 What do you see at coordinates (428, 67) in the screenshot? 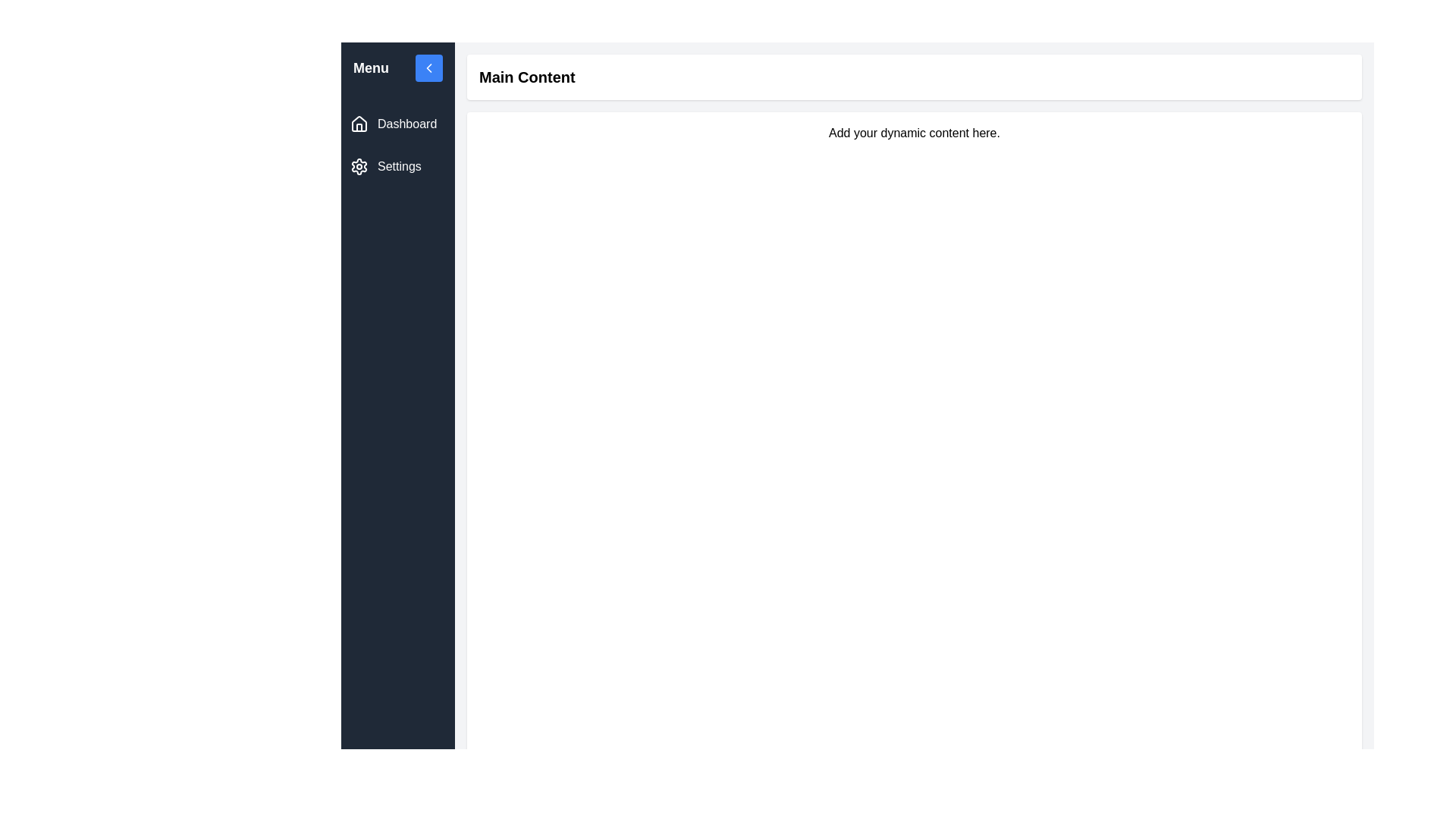
I see `the navigation button located in the top-right corner of the vertical menu section next to the text 'Menu' for visual feedback` at bounding box center [428, 67].